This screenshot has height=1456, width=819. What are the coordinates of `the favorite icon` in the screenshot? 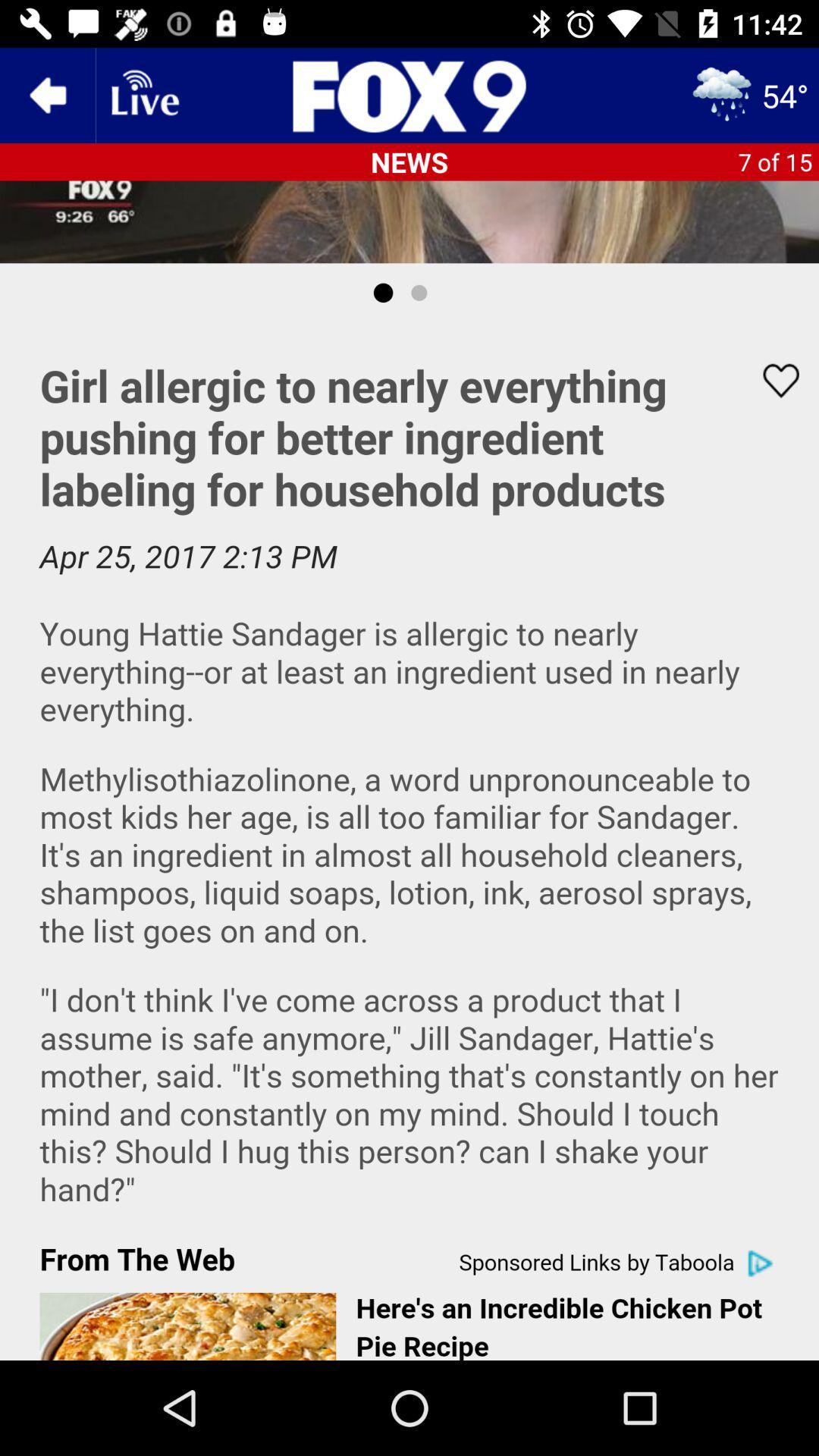 It's located at (771, 381).